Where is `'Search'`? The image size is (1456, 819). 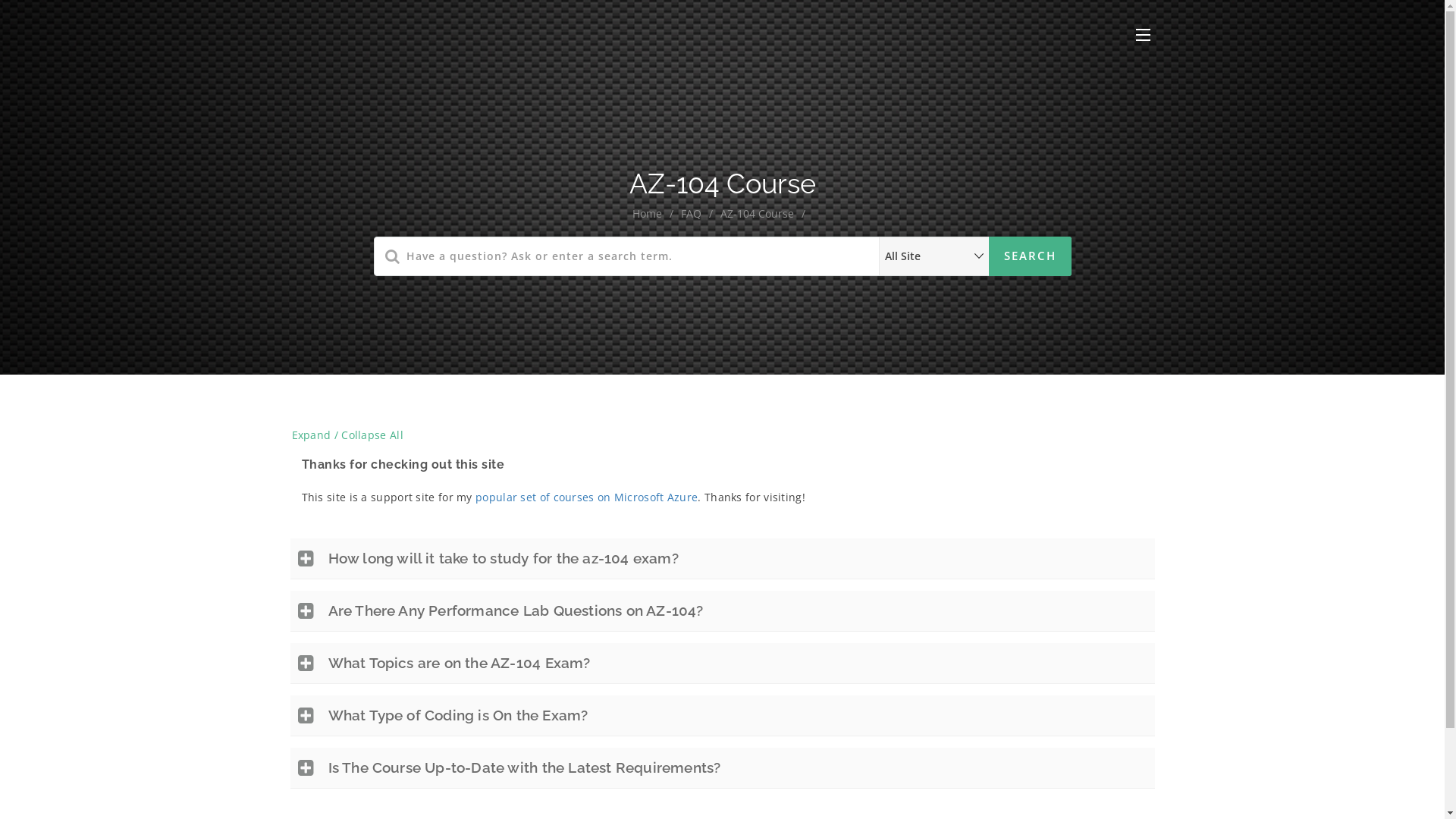 'Search' is located at coordinates (1030, 256).